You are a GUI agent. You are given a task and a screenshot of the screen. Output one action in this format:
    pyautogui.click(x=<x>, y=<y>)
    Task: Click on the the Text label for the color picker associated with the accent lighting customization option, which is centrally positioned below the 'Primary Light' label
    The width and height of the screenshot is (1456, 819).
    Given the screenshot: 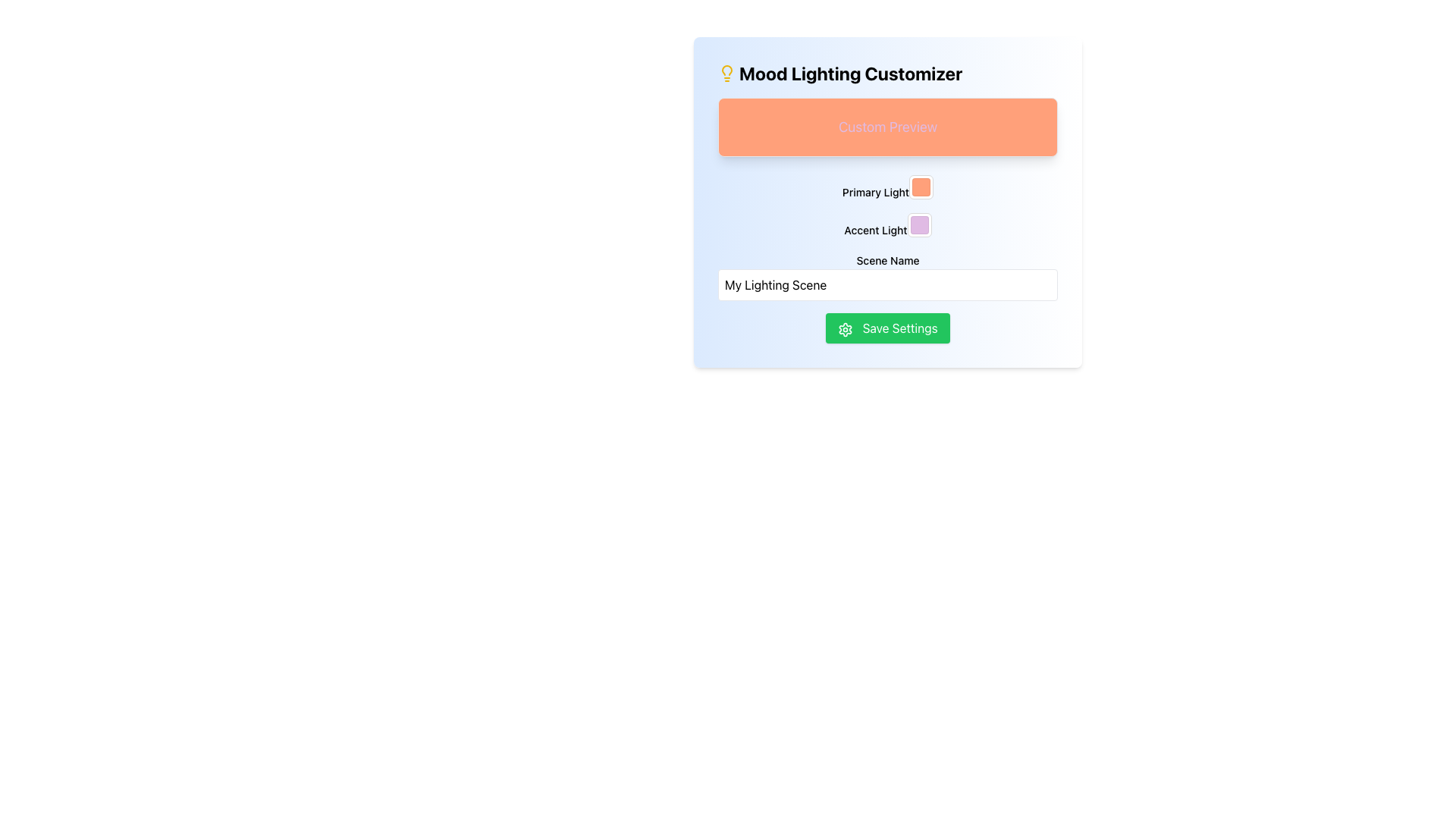 What is the action you would take?
    pyautogui.click(x=876, y=230)
    